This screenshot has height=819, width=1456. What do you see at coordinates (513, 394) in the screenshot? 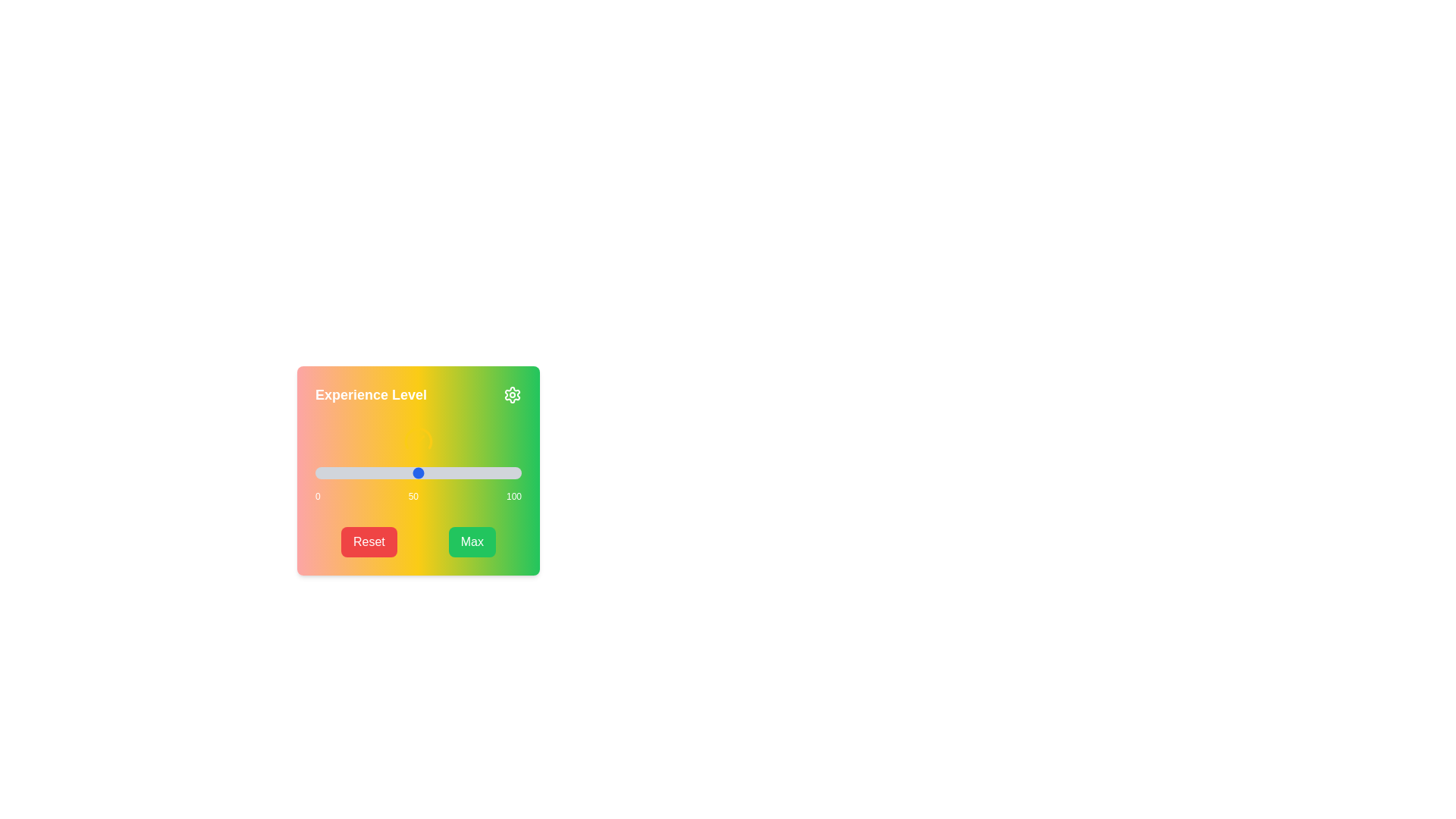
I see `the 'Settings' icon to open additional options` at bounding box center [513, 394].